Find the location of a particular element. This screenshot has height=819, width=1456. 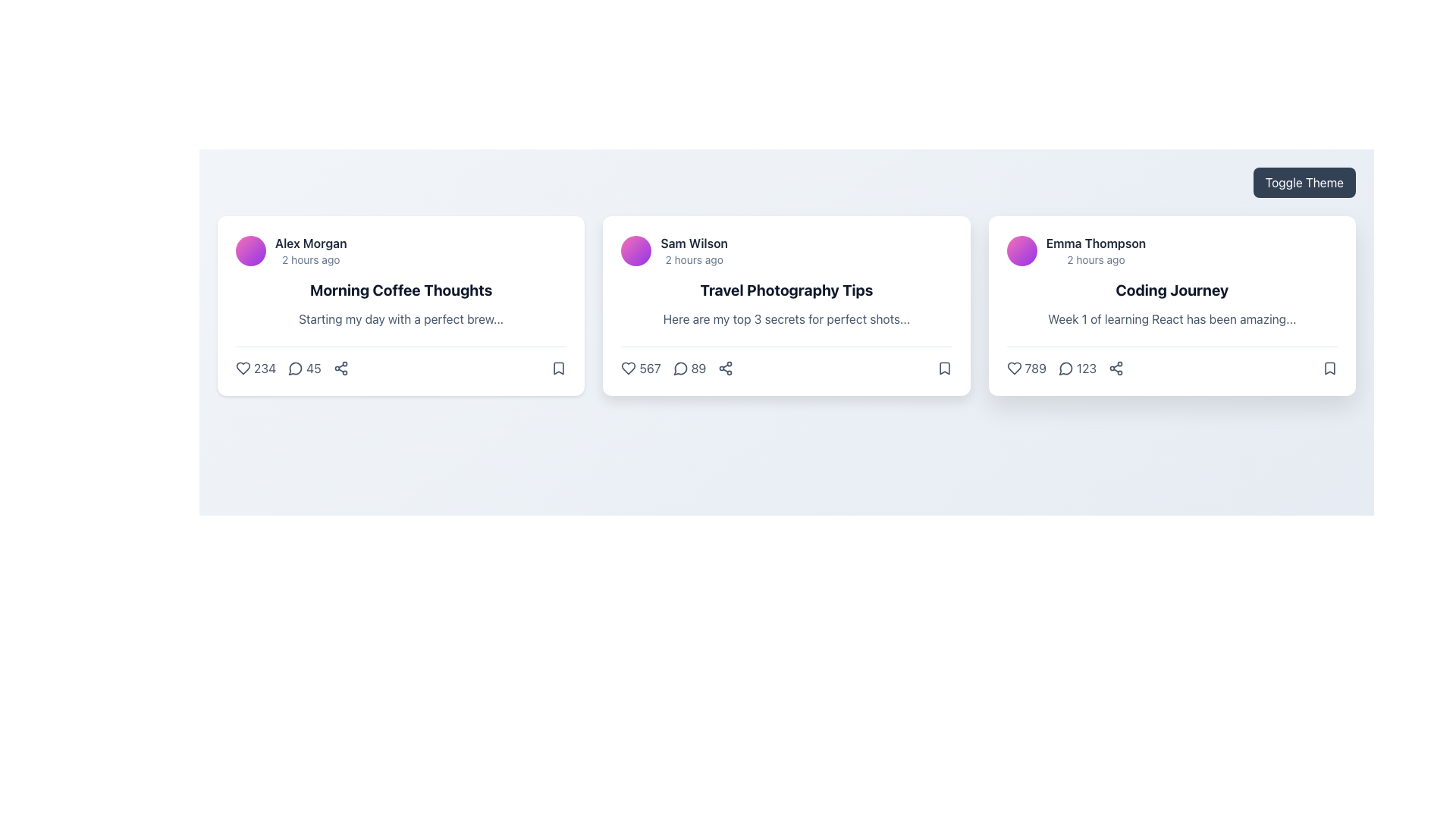

the bookmark icon located at the bottom-right corner of the third card in a horizontal list is located at coordinates (943, 369).